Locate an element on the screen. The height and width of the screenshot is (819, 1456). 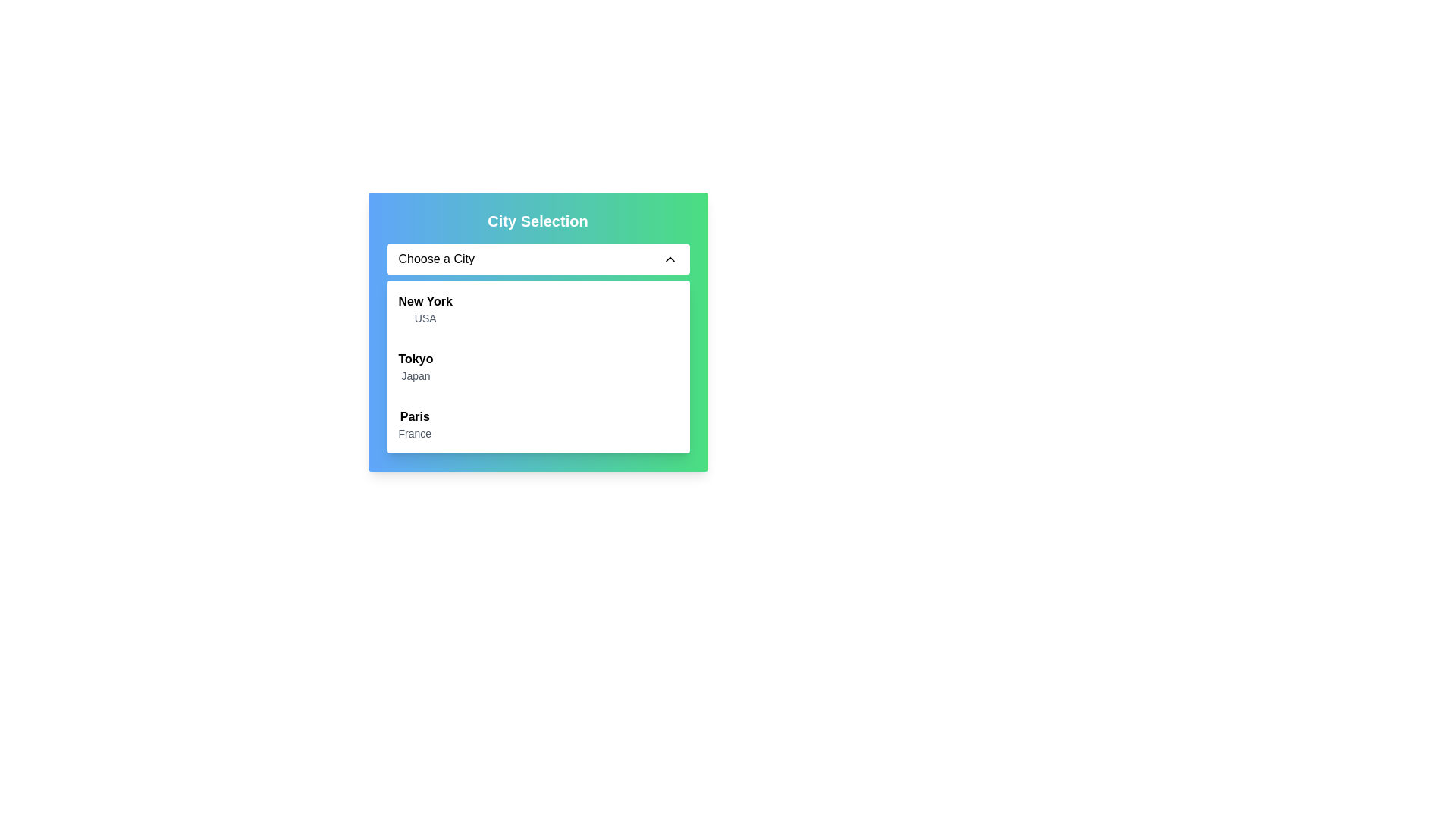
the 'New York, USA' option in the city selection dropdown menu, which is the first entry in the list underneath the 'Choose a City' field is located at coordinates (425, 309).